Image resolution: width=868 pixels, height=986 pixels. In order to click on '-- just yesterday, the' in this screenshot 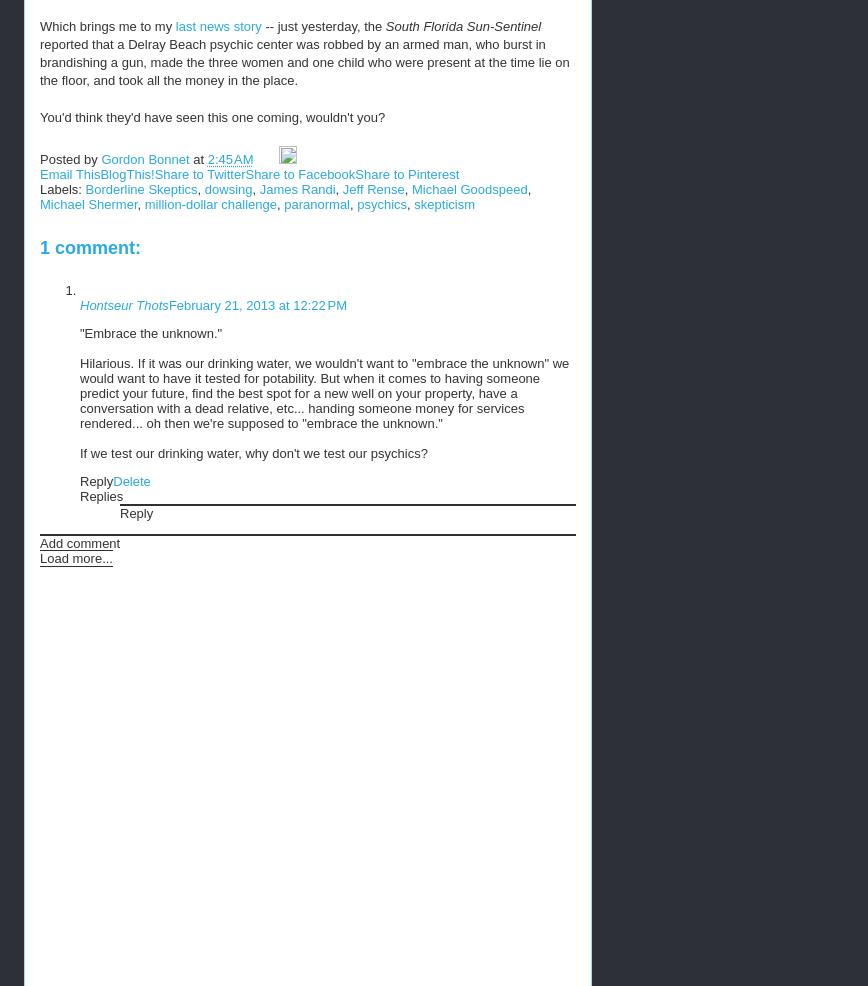, I will do `click(322, 24)`.